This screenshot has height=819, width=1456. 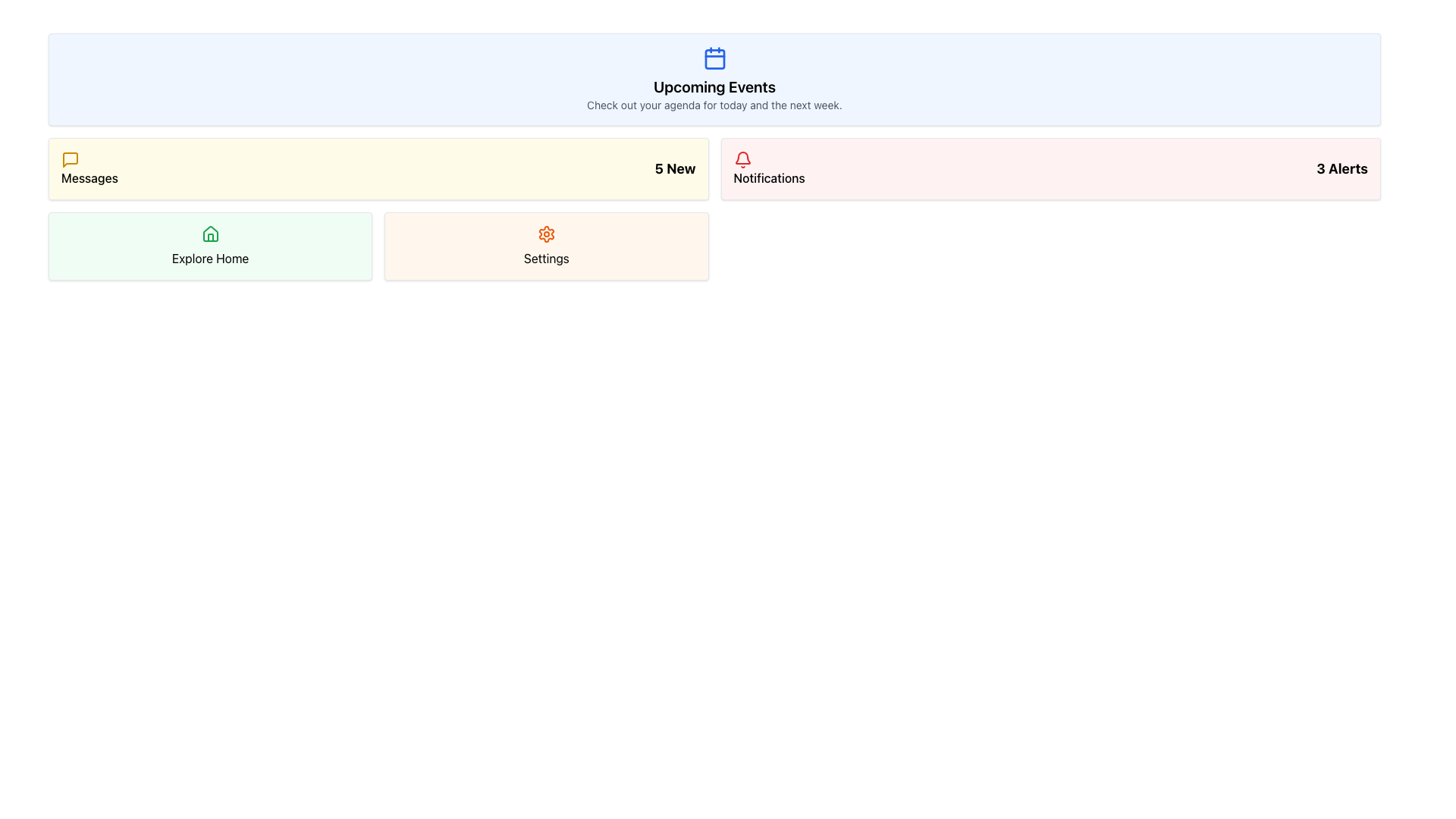 I want to click on the cog-shaped orange settings icon located within the 'Settings' card, which features a modern design with gear-like teeth, so click(x=546, y=234).